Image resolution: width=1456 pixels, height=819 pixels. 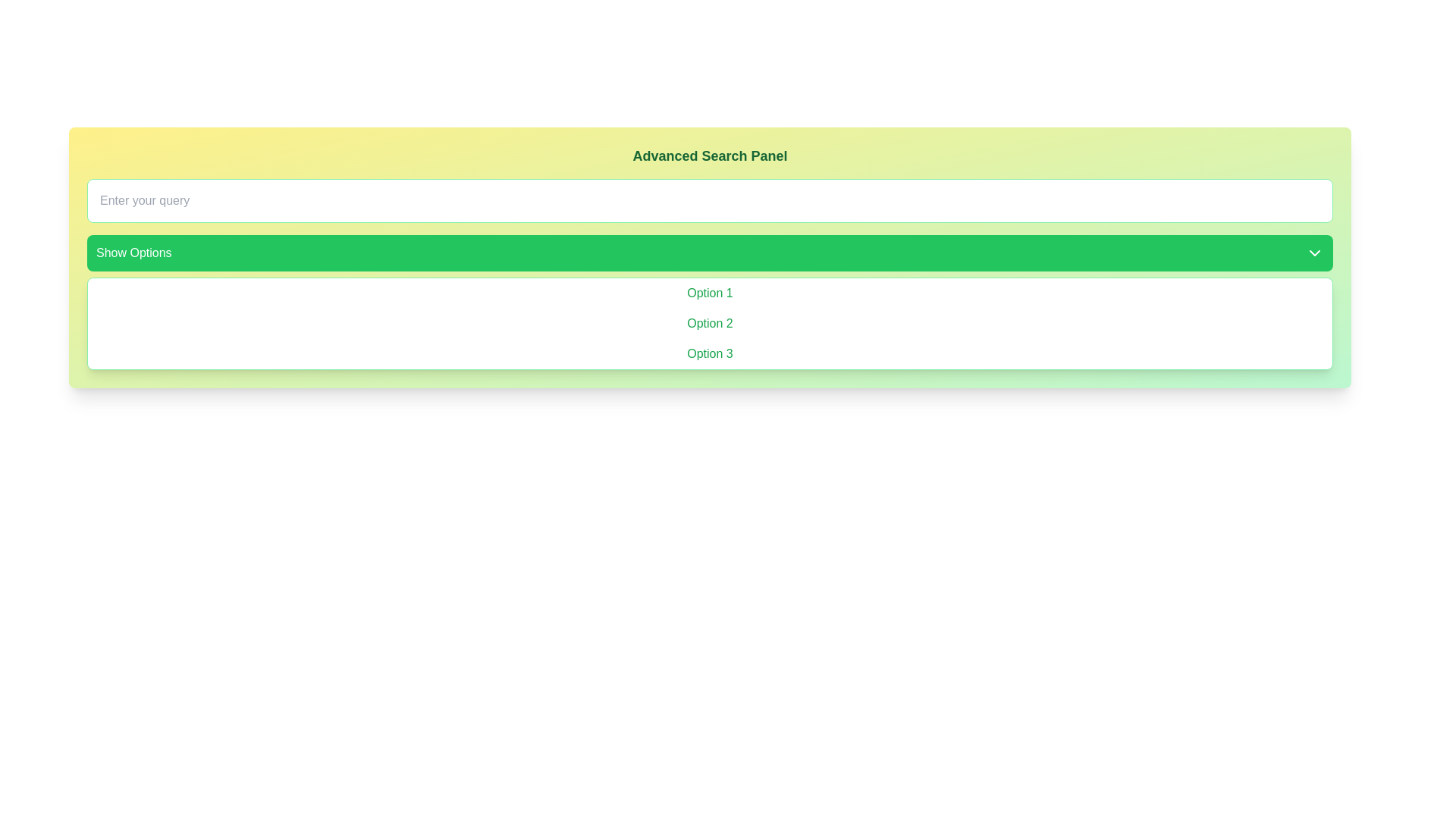 I want to click on the Dropdown Toggle Button labeled 'Show Options' with a bright green background, so click(x=709, y=253).